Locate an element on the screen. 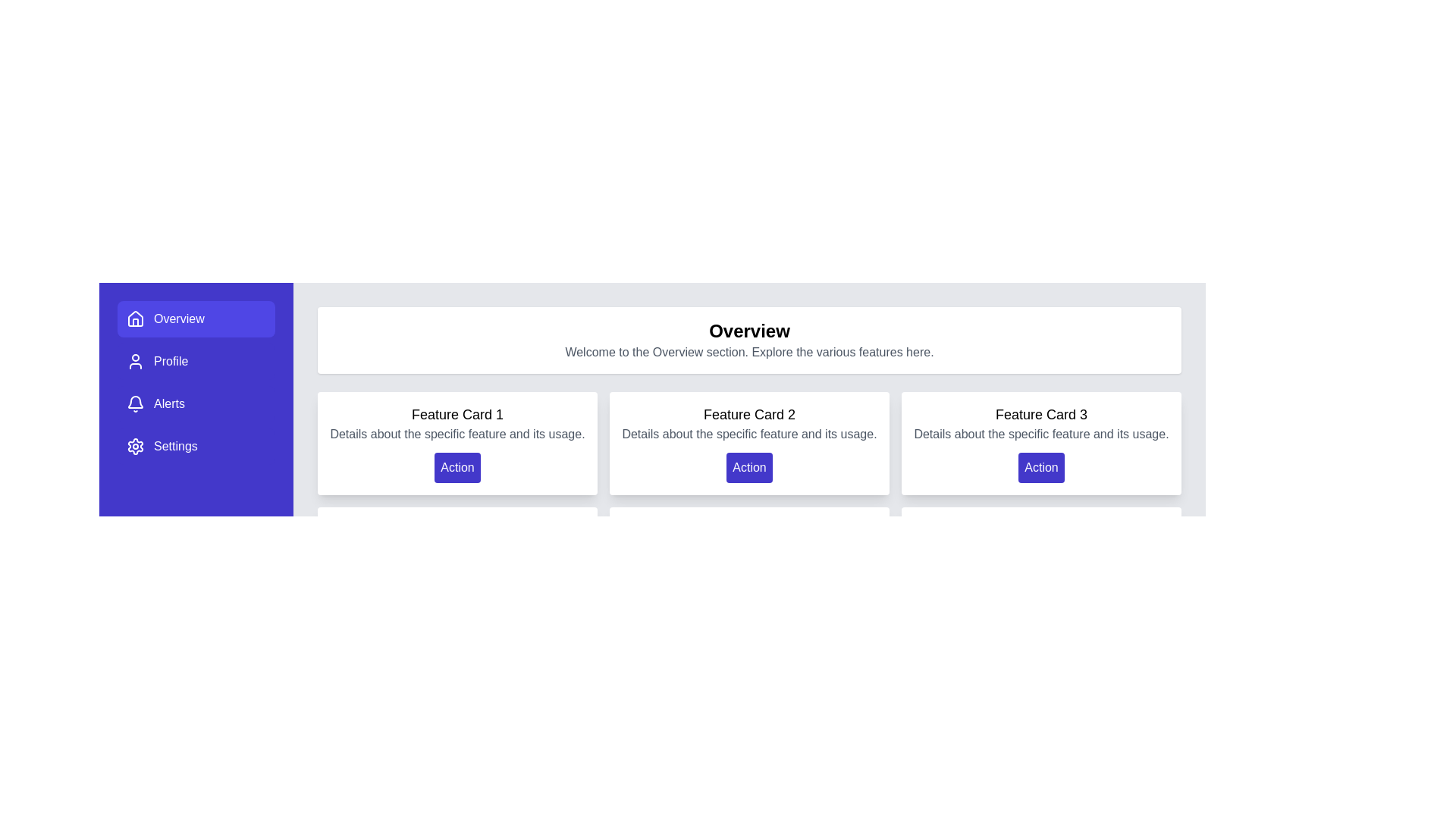 This screenshot has height=819, width=1456. the 'Overview' text label in the sidebar, which indicates its functionality as a navigation option is located at coordinates (179, 318).